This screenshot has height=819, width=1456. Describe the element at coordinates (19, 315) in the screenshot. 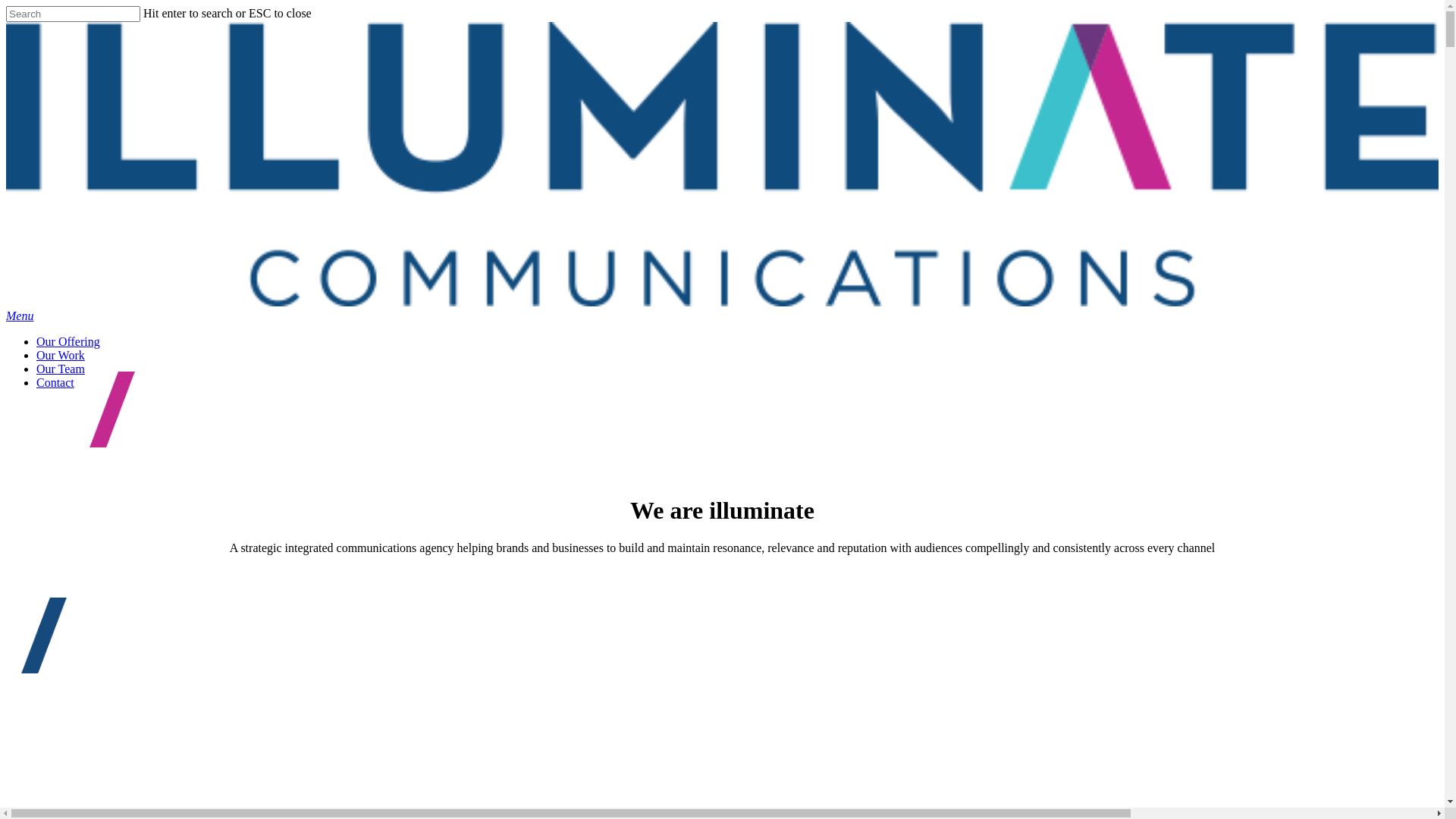

I see `'Menu'` at that location.